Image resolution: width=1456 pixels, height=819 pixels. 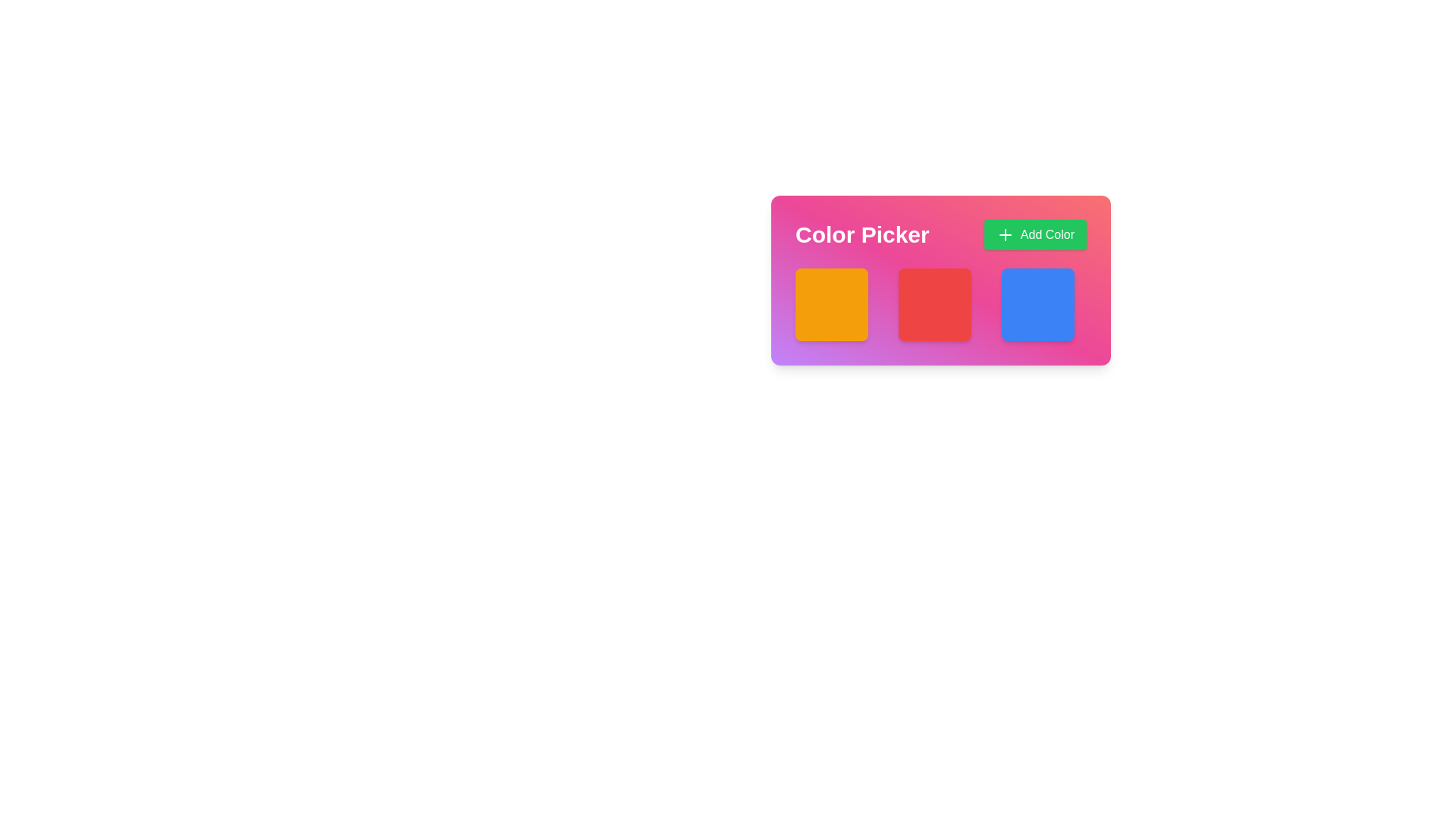 I want to click on the button located to the right of the 'Color Picker' header, so click(x=1034, y=234).